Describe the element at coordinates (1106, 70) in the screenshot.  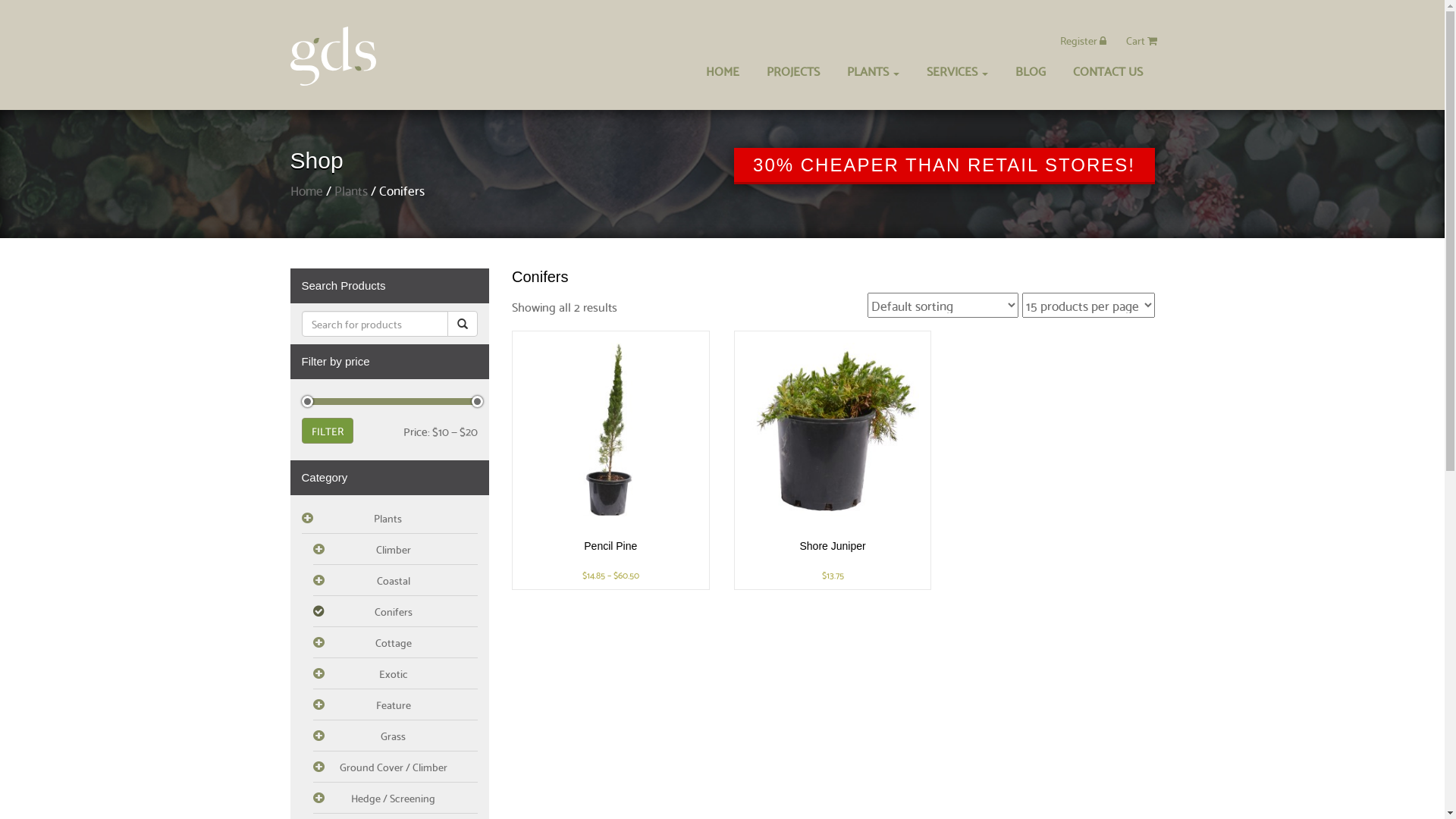
I see `'CONTACT US'` at that location.